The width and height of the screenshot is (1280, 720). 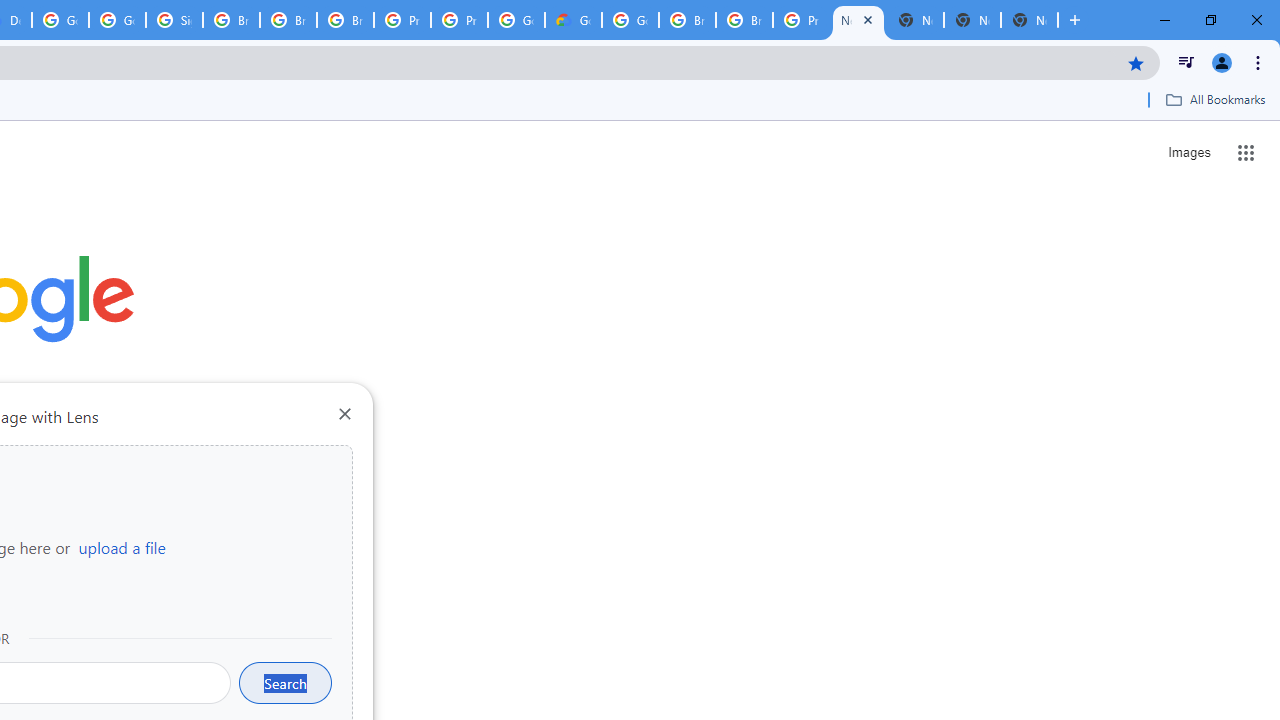 What do you see at coordinates (284, 681) in the screenshot?
I see `'Search'` at bounding box center [284, 681].